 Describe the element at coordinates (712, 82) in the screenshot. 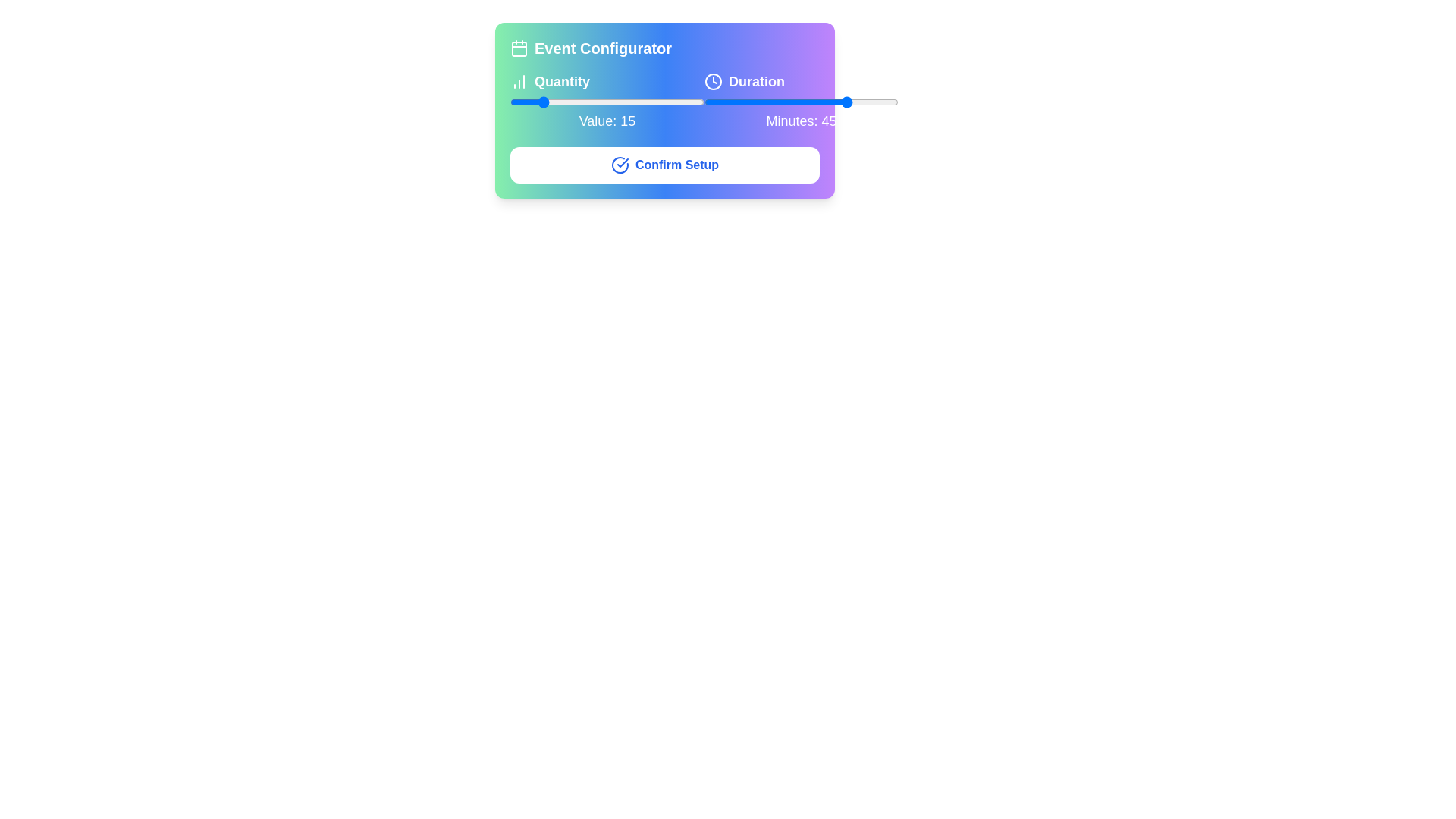

I see `the SVG Circle component that represents the outer boundary of the clock face, located to the right of the 'Duration' label` at that location.